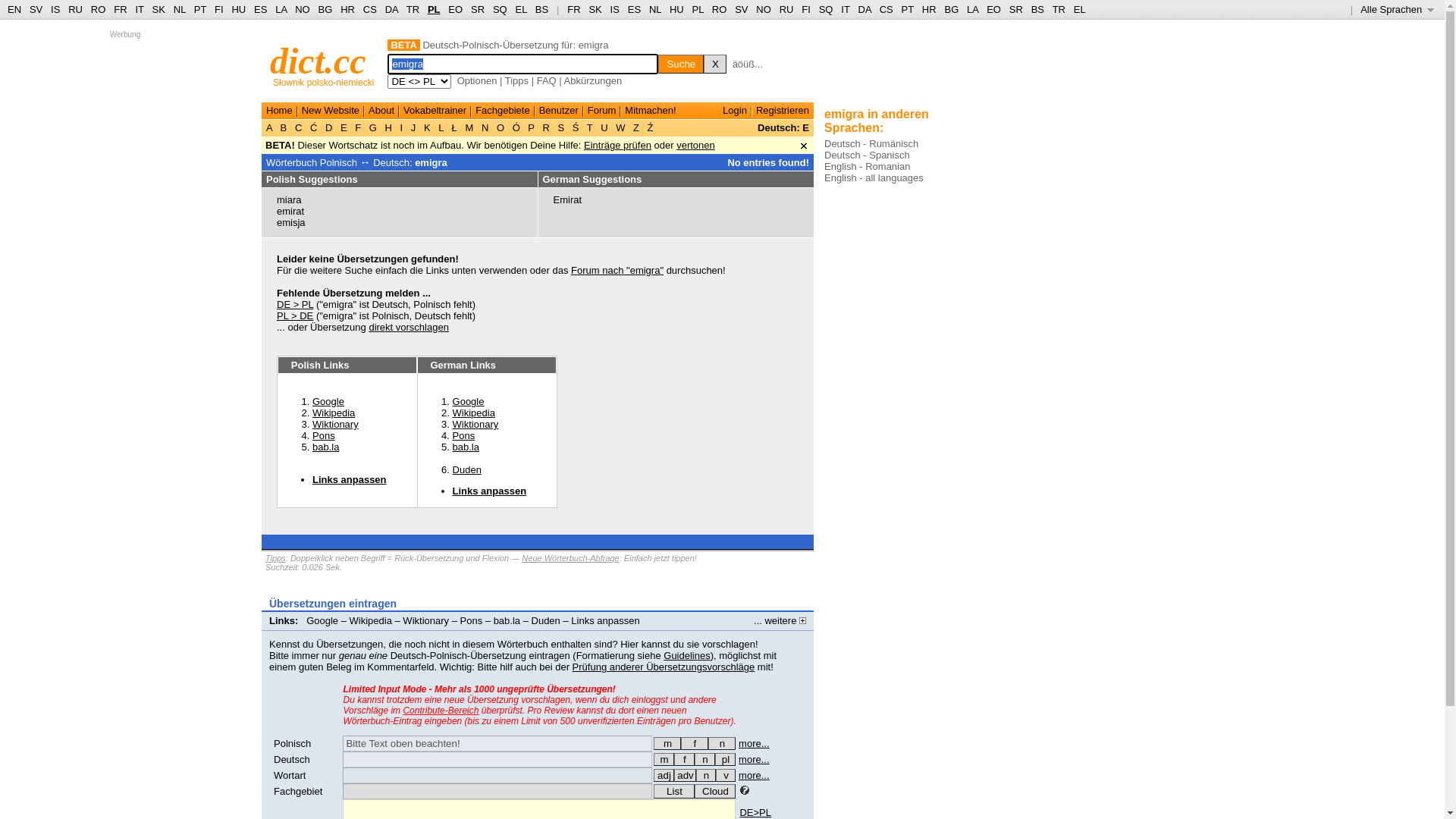 The image size is (1456, 819). What do you see at coordinates (372, 127) in the screenshot?
I see `'G'` at bounding box center [372, 127].